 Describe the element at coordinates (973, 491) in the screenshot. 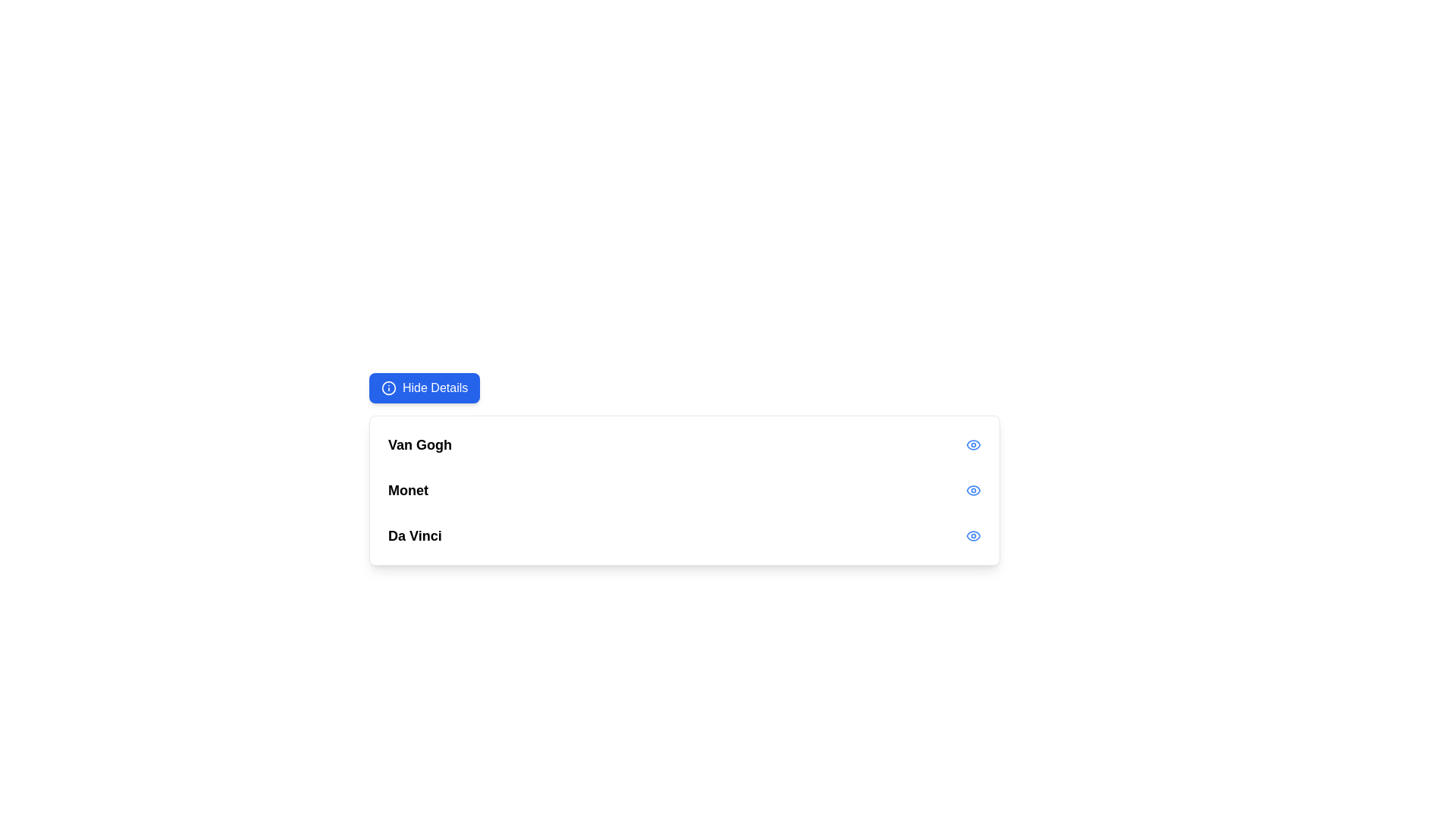

I see `the eye-shaped icon outlined in blue located at the right end of the item row labeled 'Monet'` at that location.